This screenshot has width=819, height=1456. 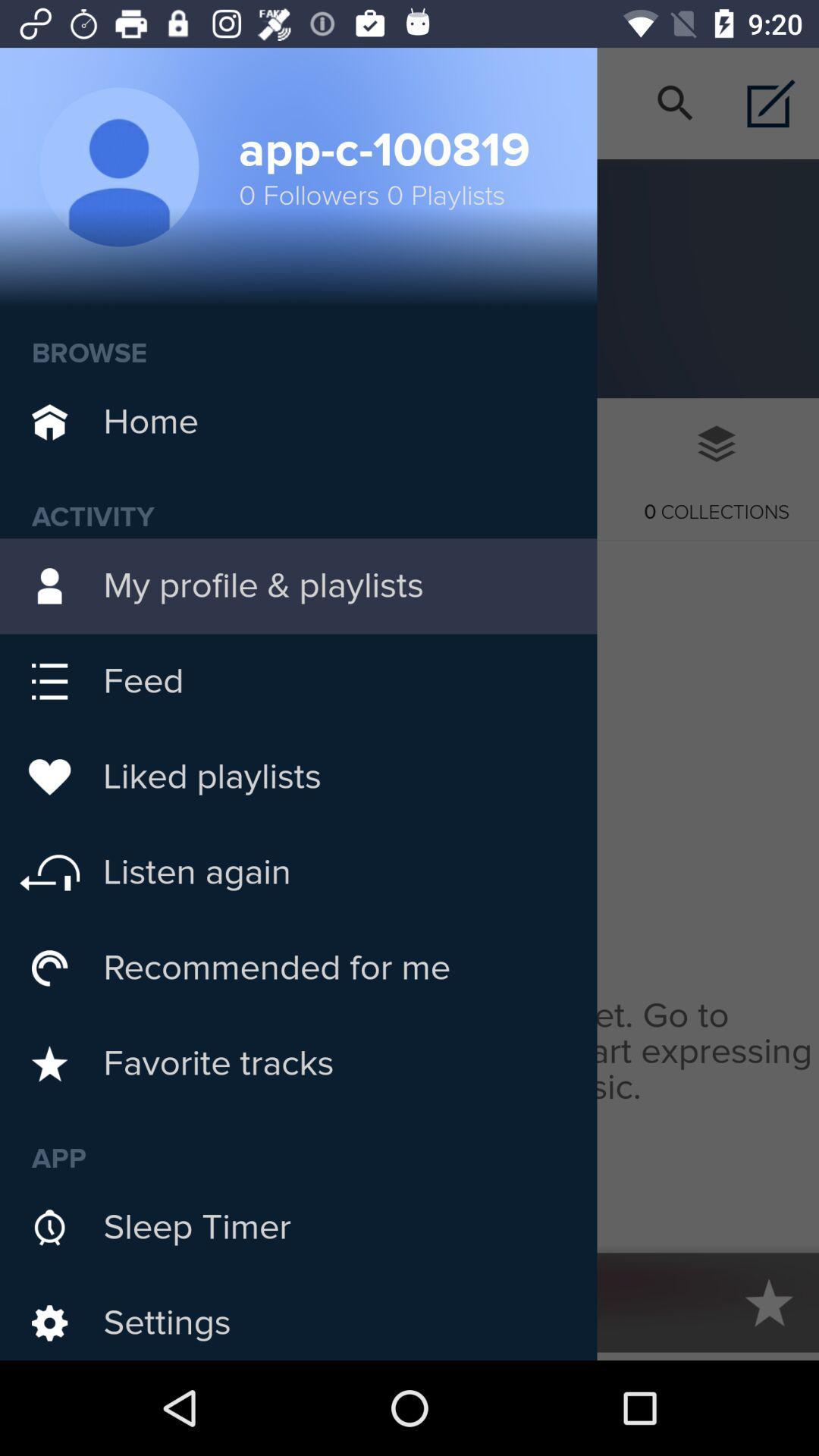 What do you see at coordinates (49, 1301) in the screenshot?
I see `the settings icon` at bounding box center [49, 1301].